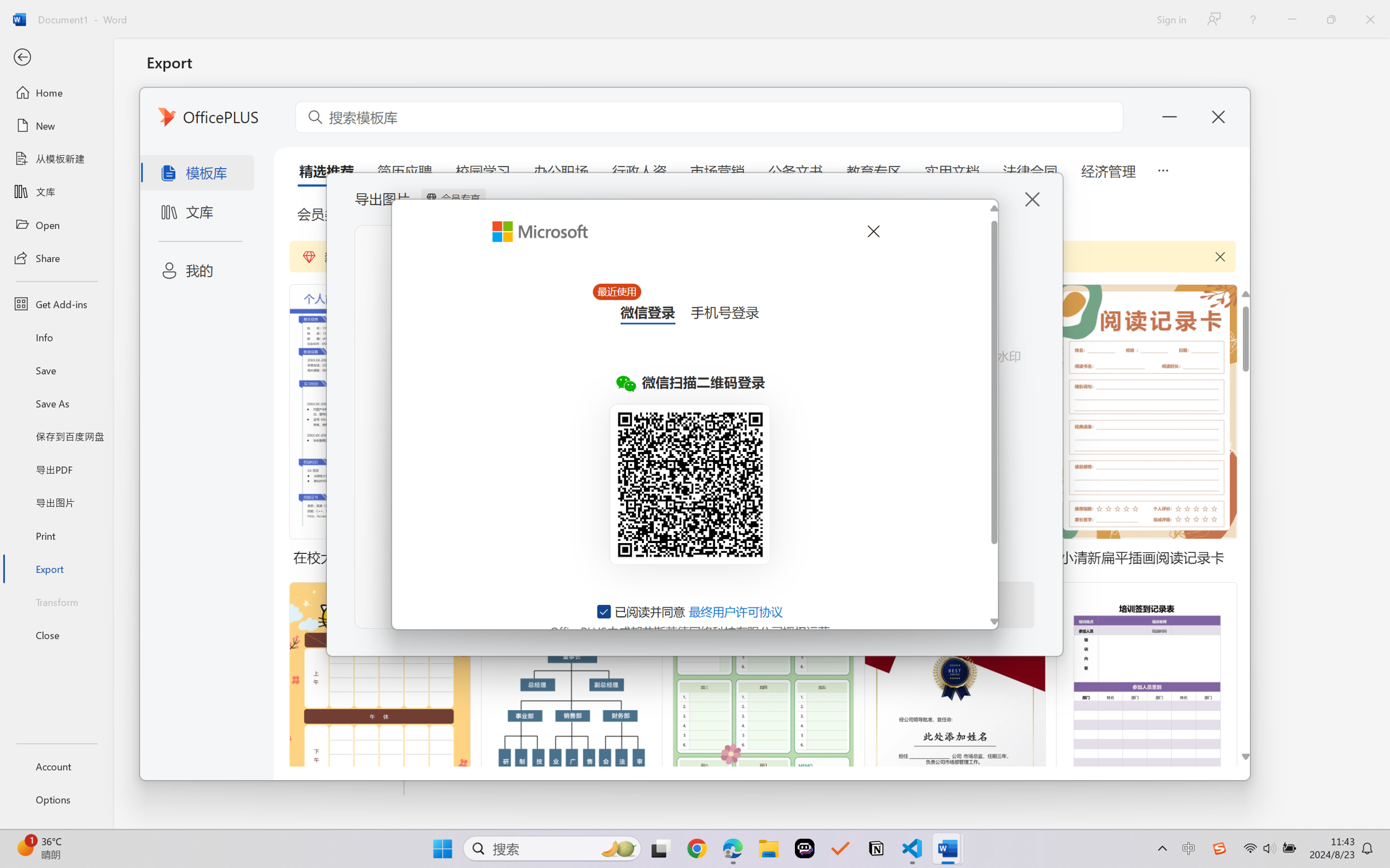 This screenshot has height=868, width=1390. I want to click on 'Print', so click(56, 536).